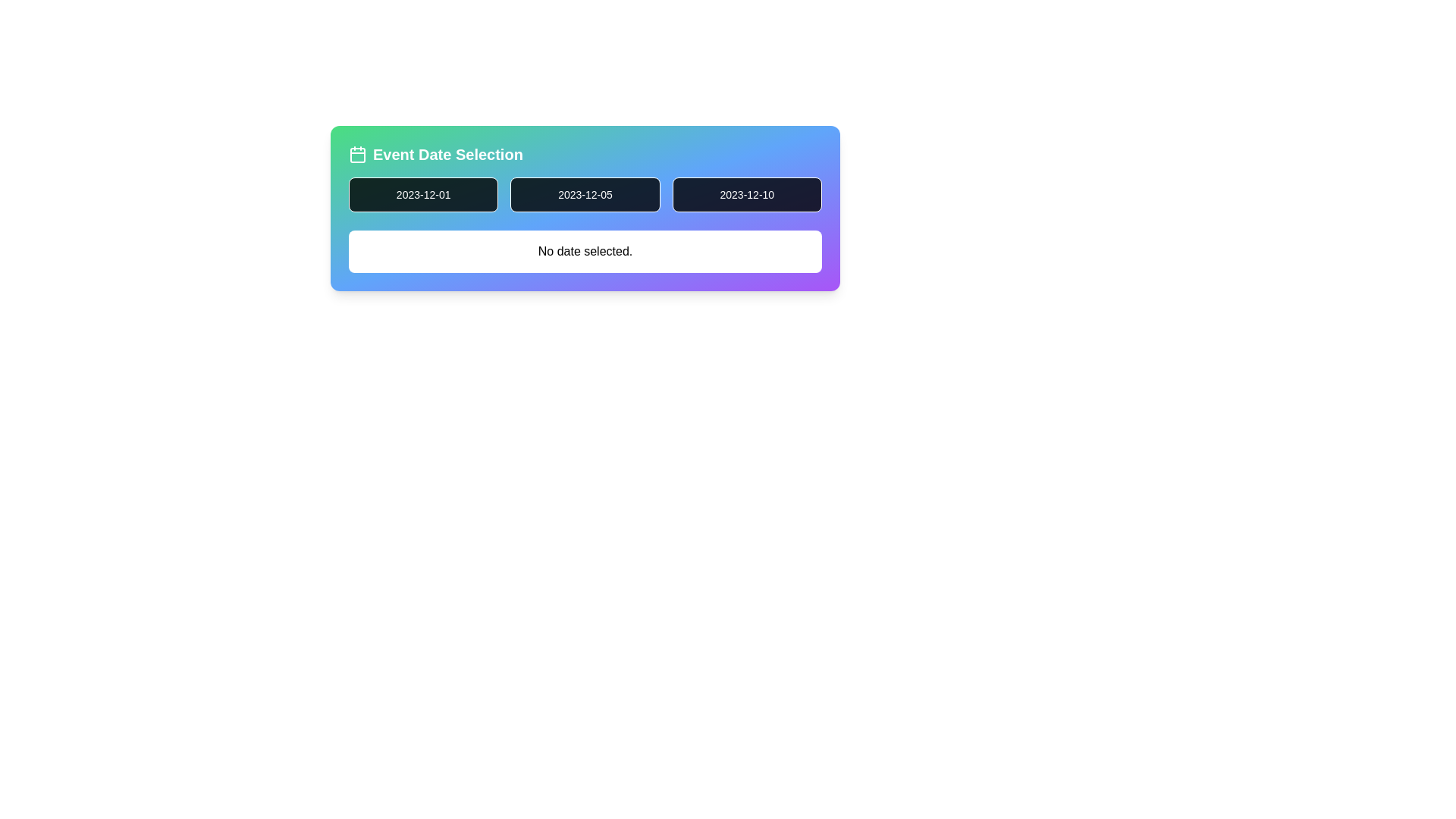 Image resolution: width=1456 pixels, height=819 pixels. I want to click on the second date selection button displaying '2023-12-05', so click(585, 194).